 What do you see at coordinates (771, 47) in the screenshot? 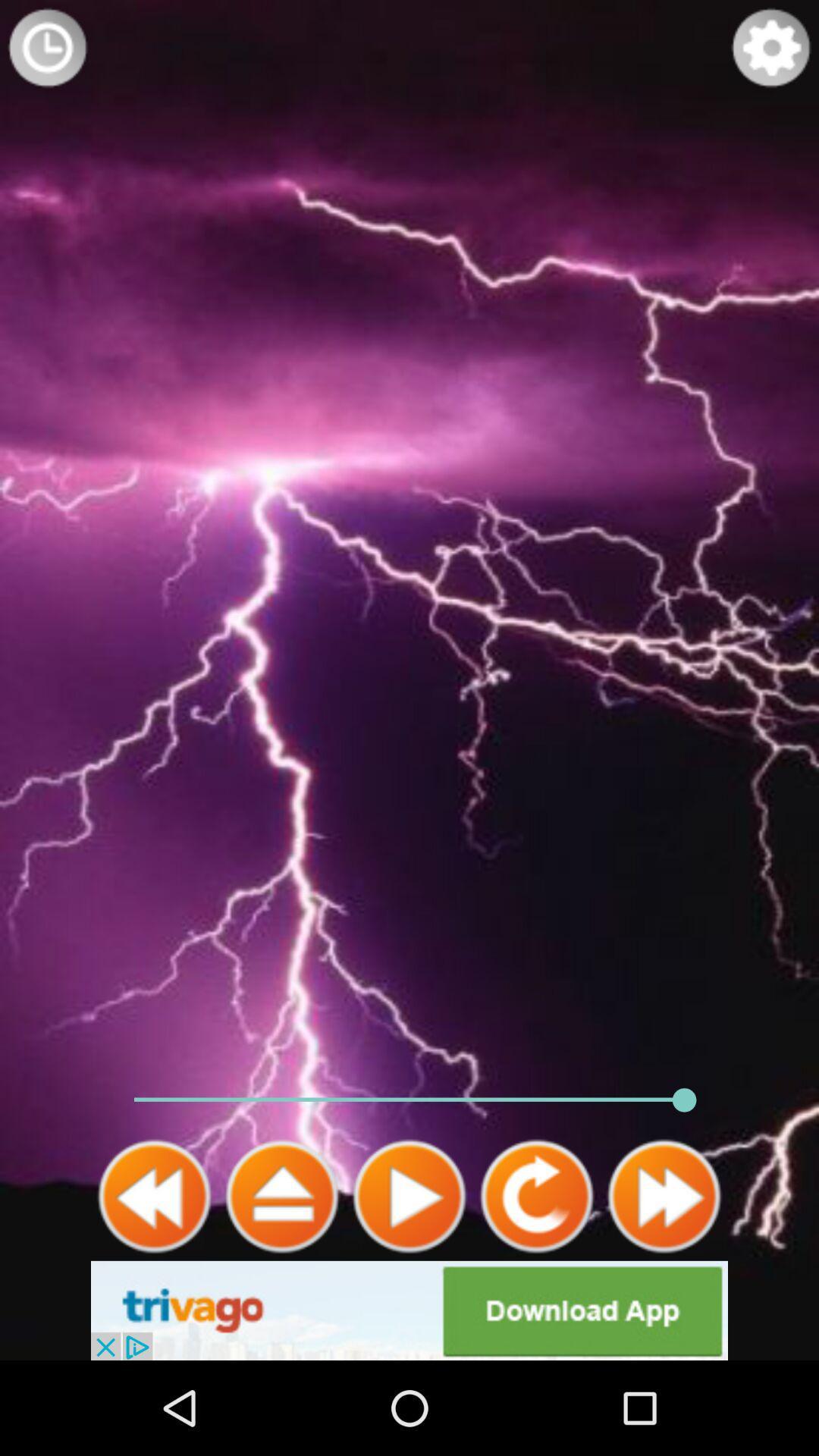
I see `settings swich option` at bounding box center [771, 47].